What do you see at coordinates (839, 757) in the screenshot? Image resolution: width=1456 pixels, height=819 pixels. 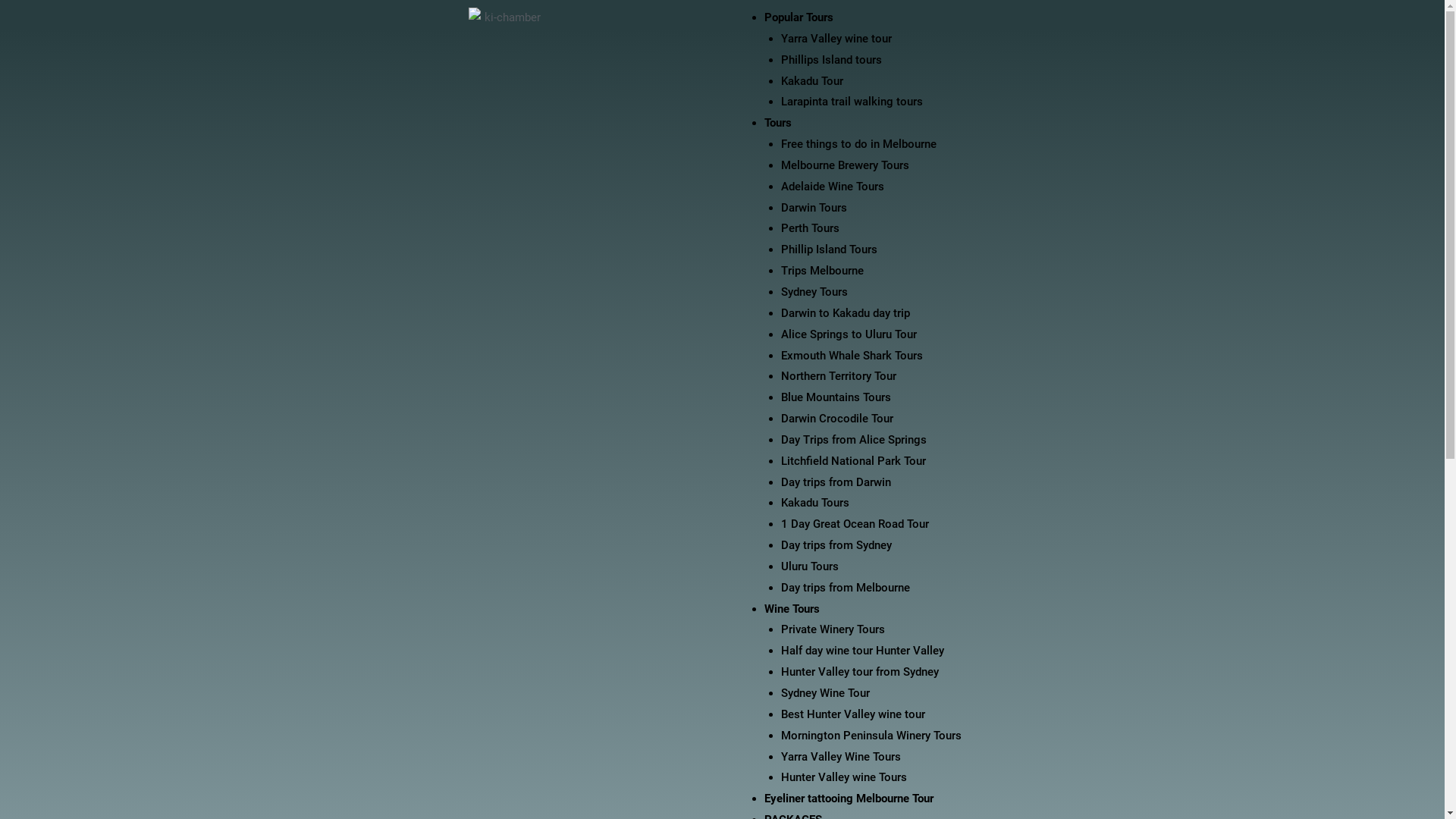 I see `'Yarra Valley Wine Tours'` at bounding box center [839, 757].